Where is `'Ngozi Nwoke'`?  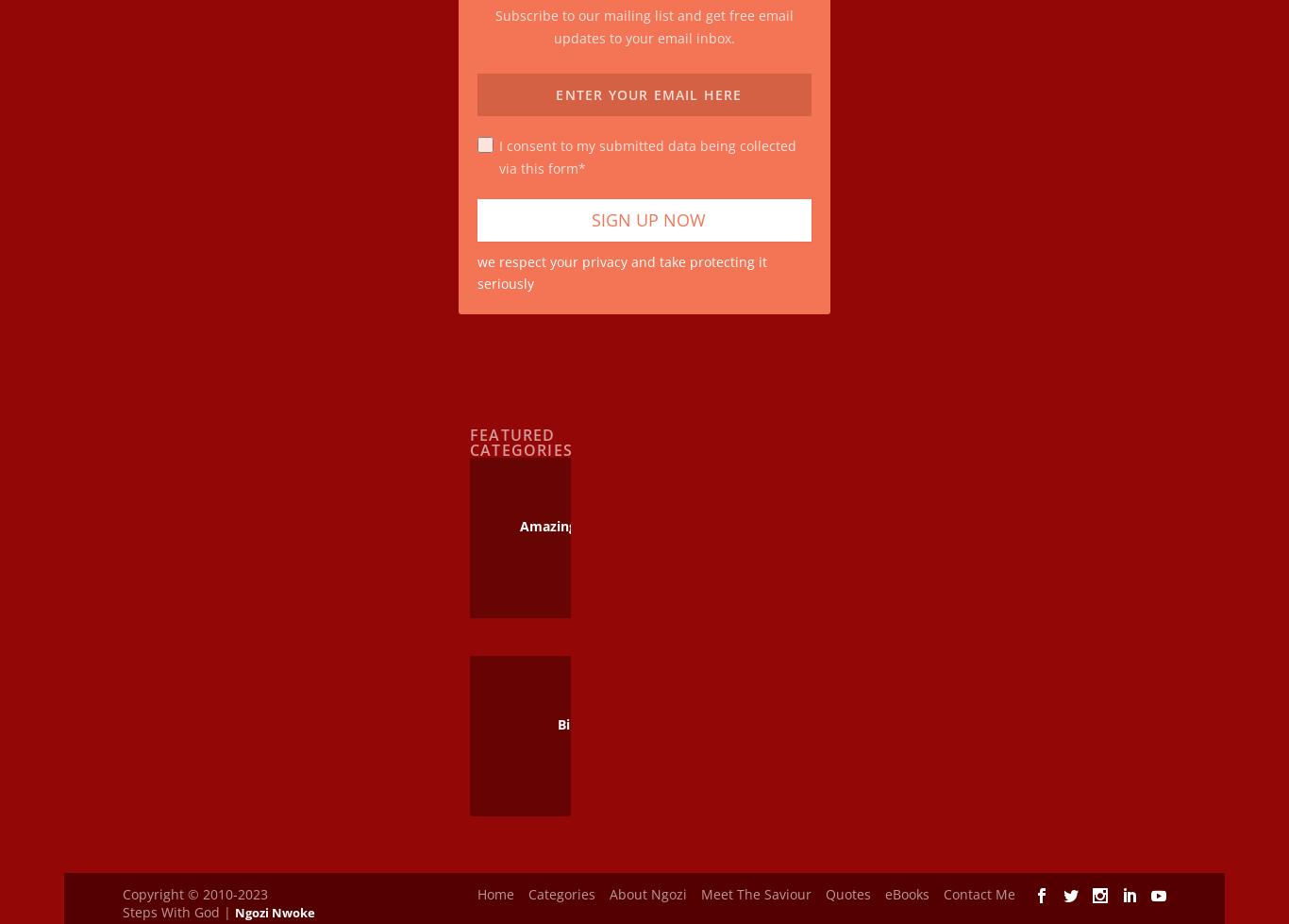
'Ngozi Nwoke' is located at coordinates (274, 899).